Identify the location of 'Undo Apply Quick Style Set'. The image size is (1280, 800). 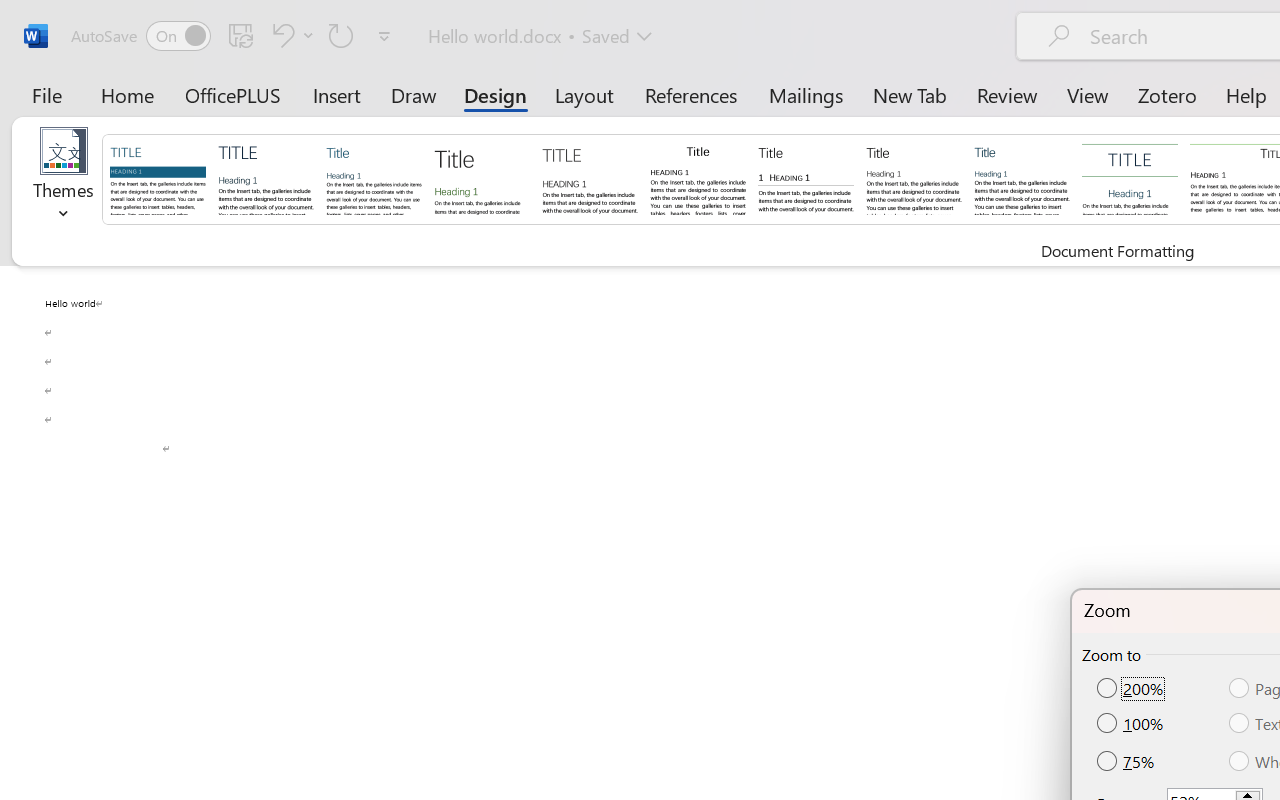
(289, 34).